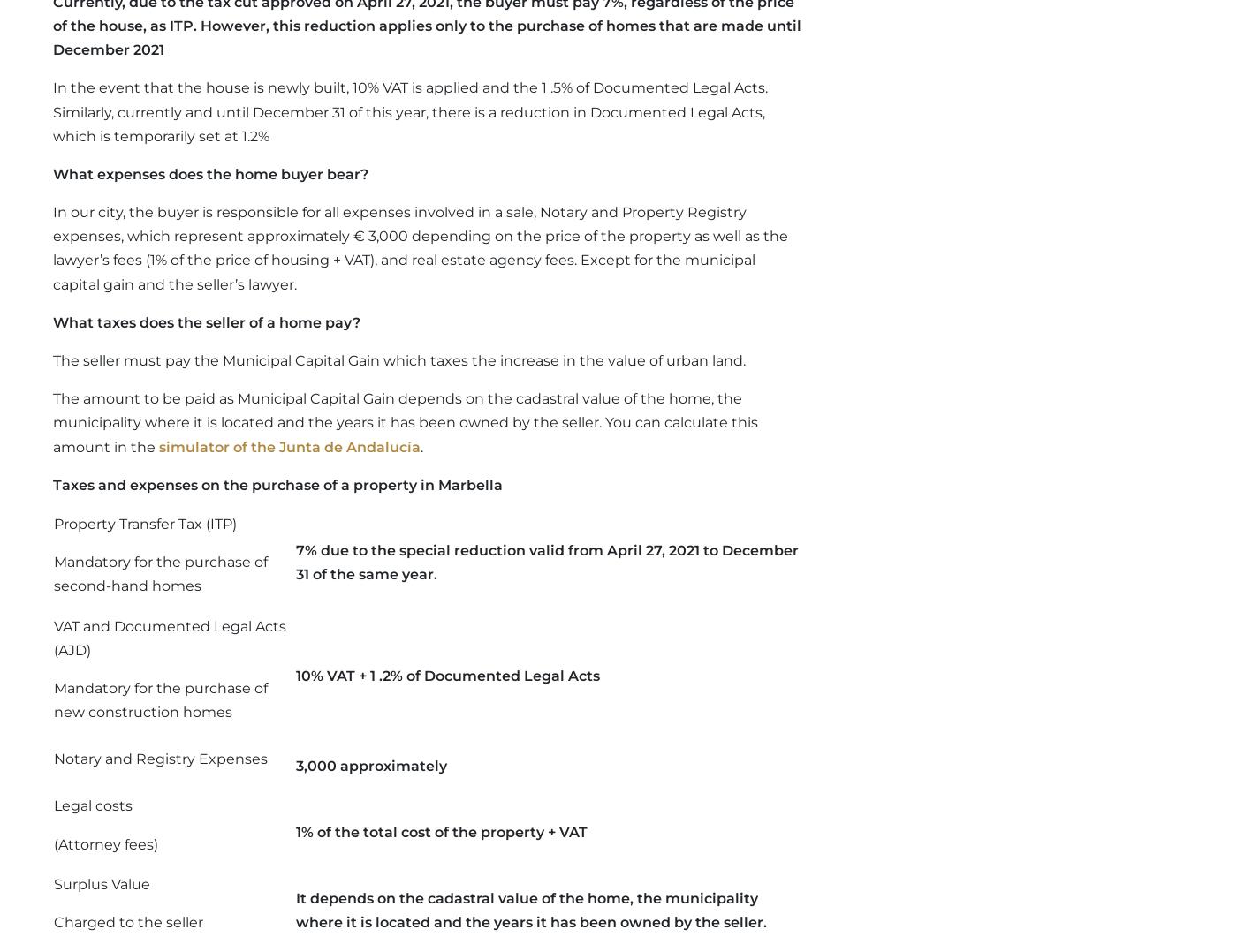 This screenshot has height=952, width=1237. What do you see at coordinates (440, 831) in the screenshot?
I see `'1% of the total cost of the property + VAT'` at bounding box center [440, 831].